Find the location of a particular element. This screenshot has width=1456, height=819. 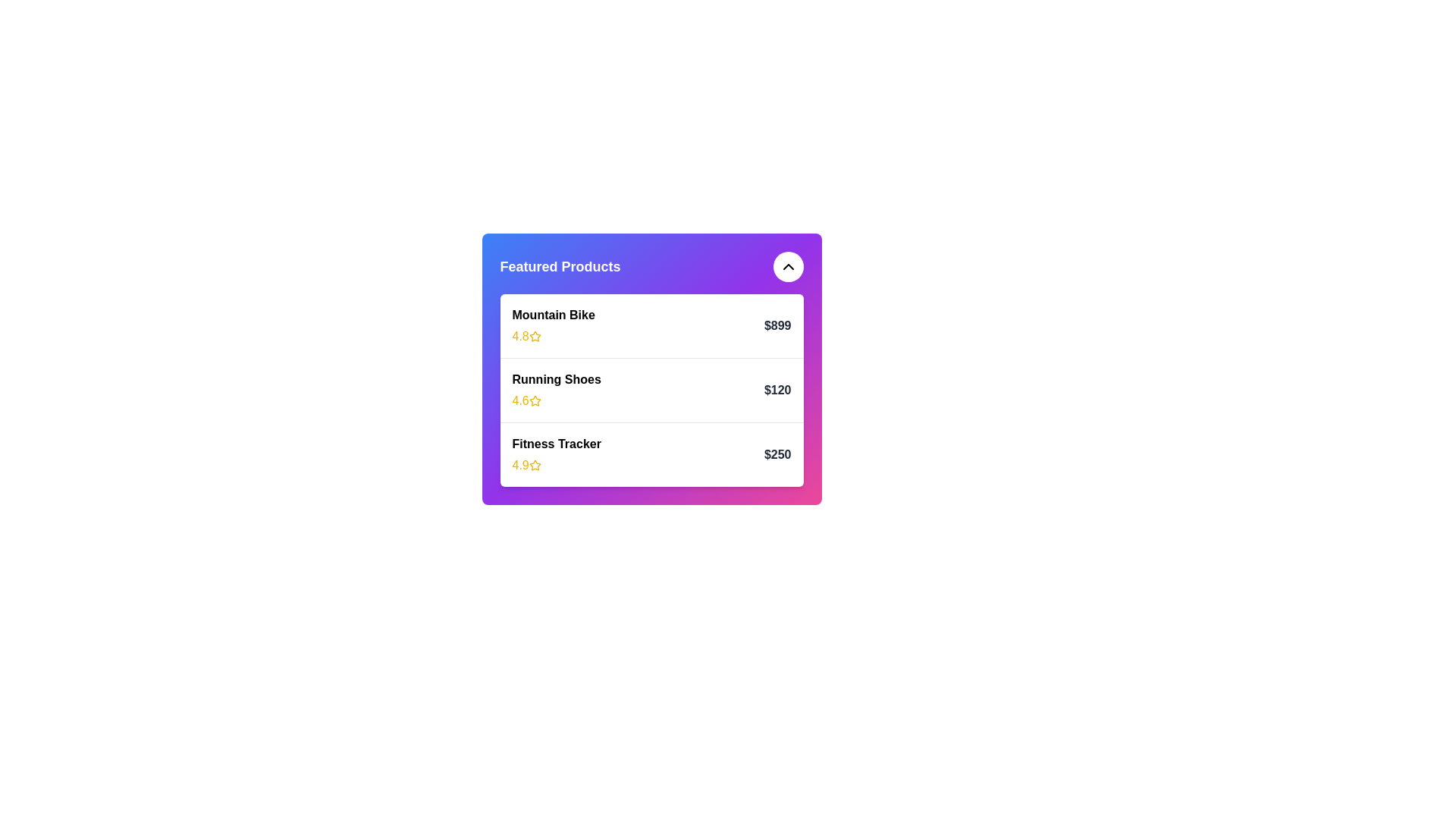

the list entry for the product 'Fitness Tracker' which is the last item in a vertically stacked list is located at coordinates (651, 453).